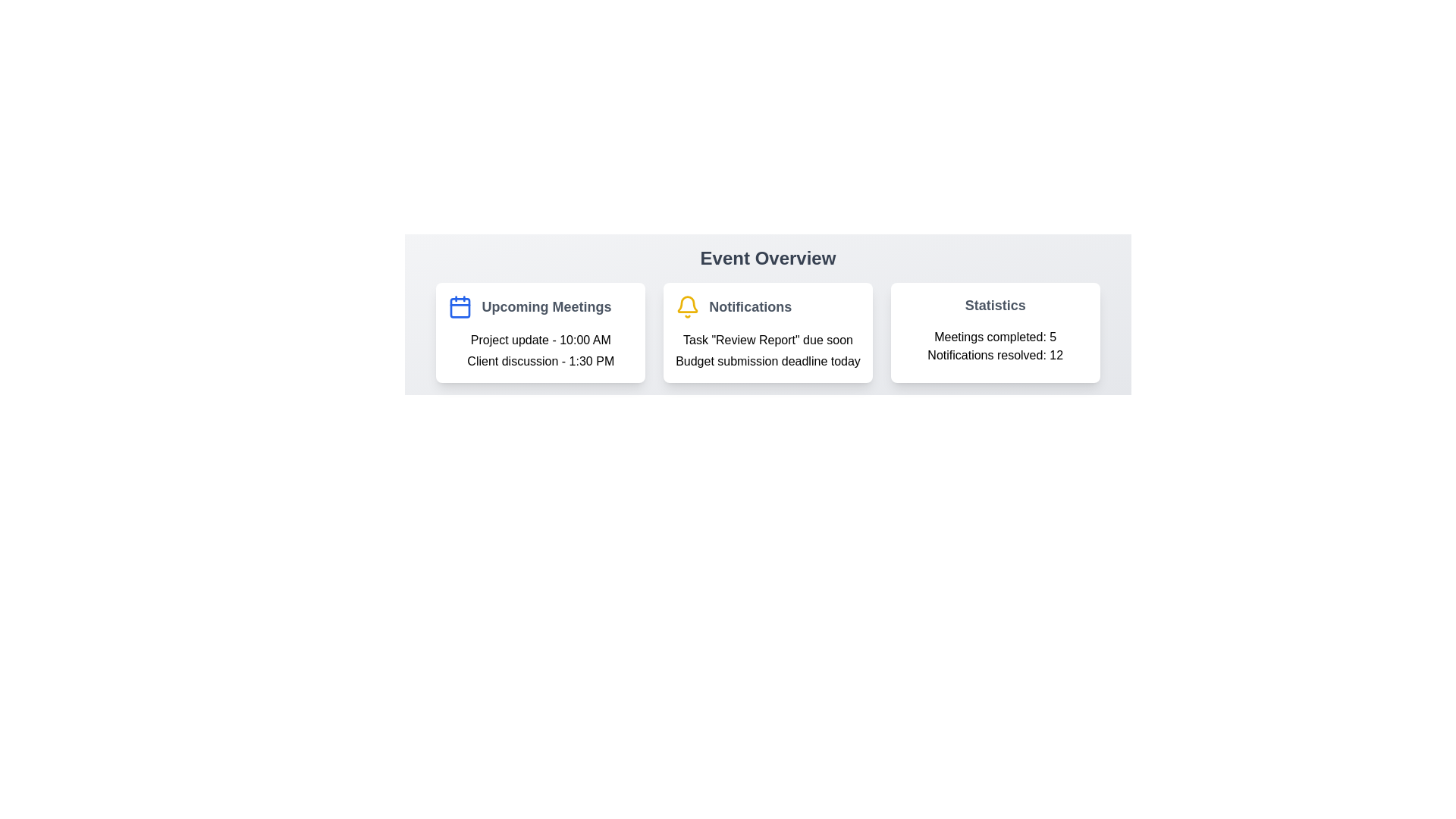  Describe the element at coordinates (750, 307) in the screenshot. I see `text content of the 'Notifications' label, which is a bold, gray text aligned to the right of a yellow bell icon within the second card of the 'Event Overview' section` at that location.